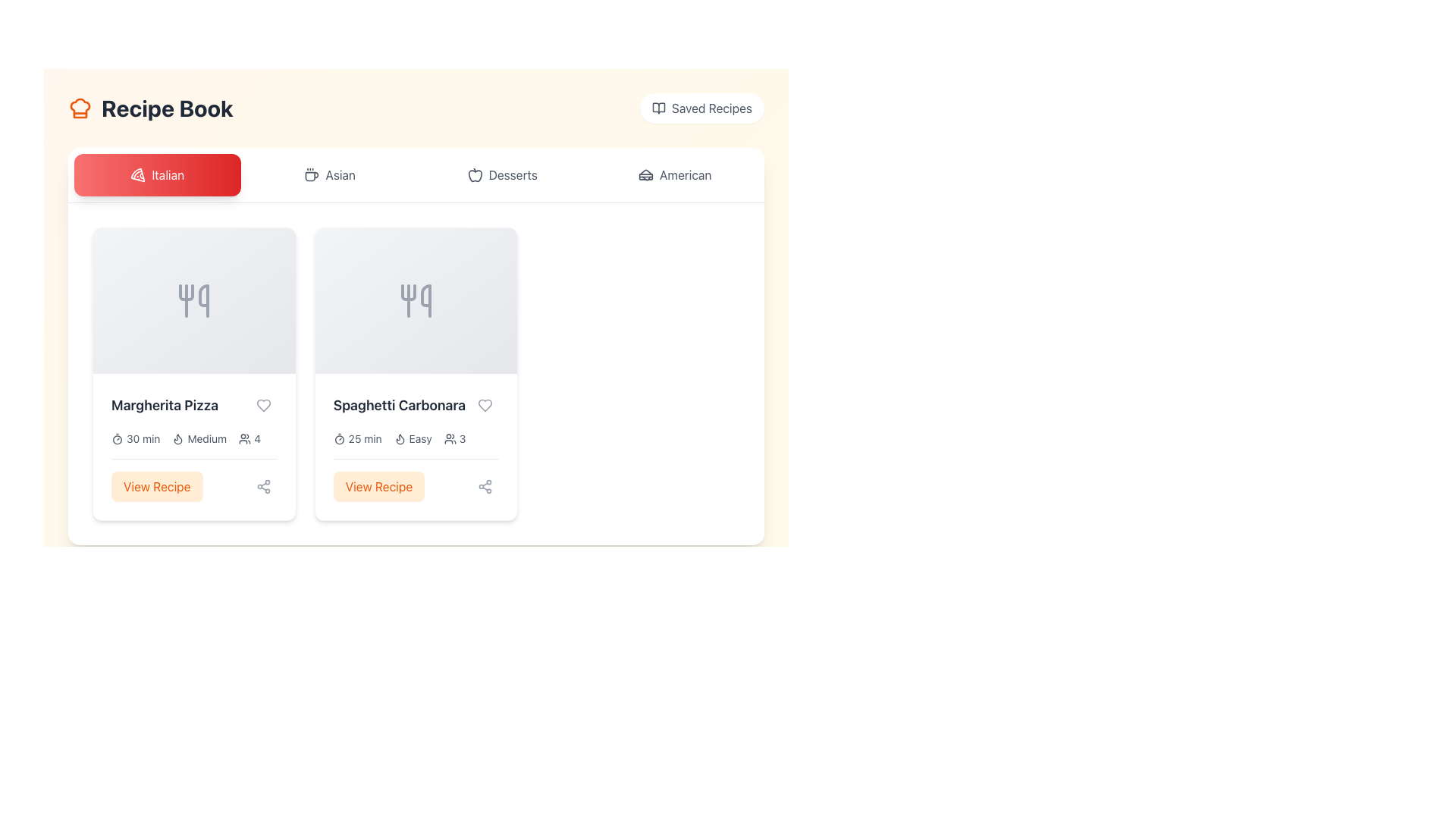 The image size is (1456, 819). Describe the element at coordinates (311, 174) in the screenshot. I see `the 'Asian' category button, which is visually complemented by an icon` at that location.